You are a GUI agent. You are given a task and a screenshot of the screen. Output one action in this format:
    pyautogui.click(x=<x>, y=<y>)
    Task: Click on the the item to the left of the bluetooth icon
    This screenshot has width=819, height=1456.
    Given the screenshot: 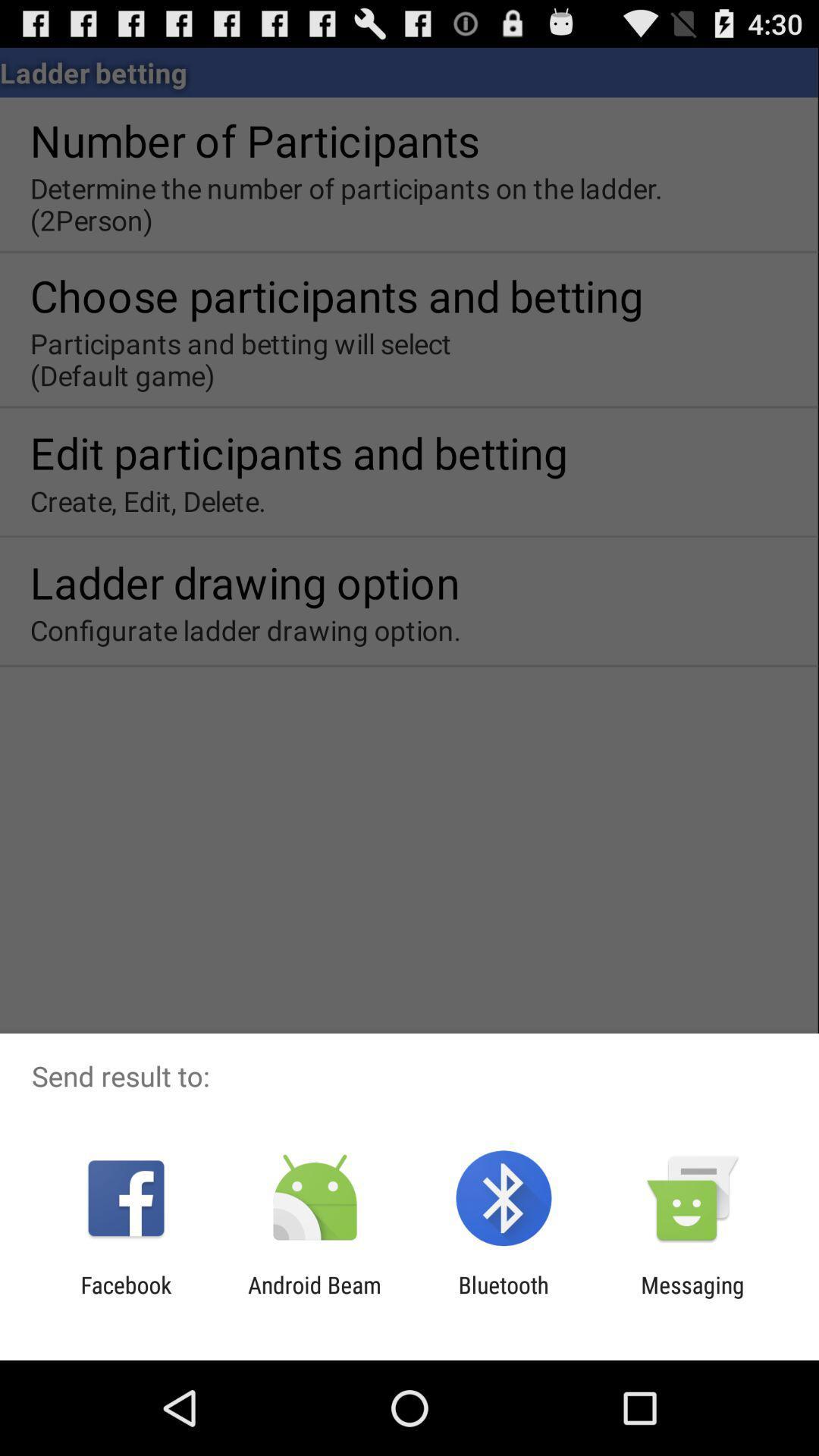 What is the action you would take?
    pyautogui.click(x=314, y=1298)
    